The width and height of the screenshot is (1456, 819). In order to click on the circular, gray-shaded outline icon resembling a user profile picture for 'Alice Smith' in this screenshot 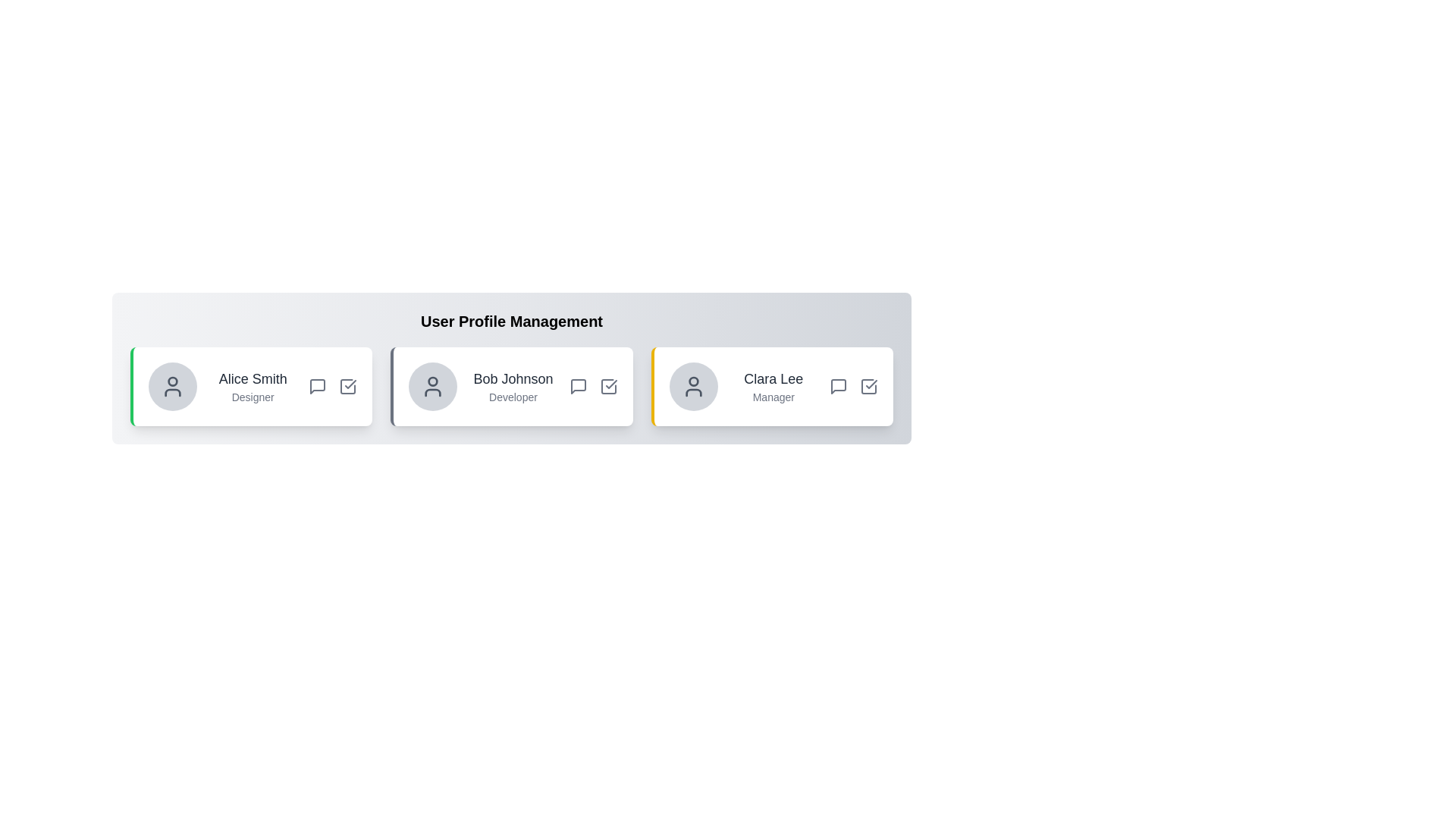, I will do `click(172, 380)`.